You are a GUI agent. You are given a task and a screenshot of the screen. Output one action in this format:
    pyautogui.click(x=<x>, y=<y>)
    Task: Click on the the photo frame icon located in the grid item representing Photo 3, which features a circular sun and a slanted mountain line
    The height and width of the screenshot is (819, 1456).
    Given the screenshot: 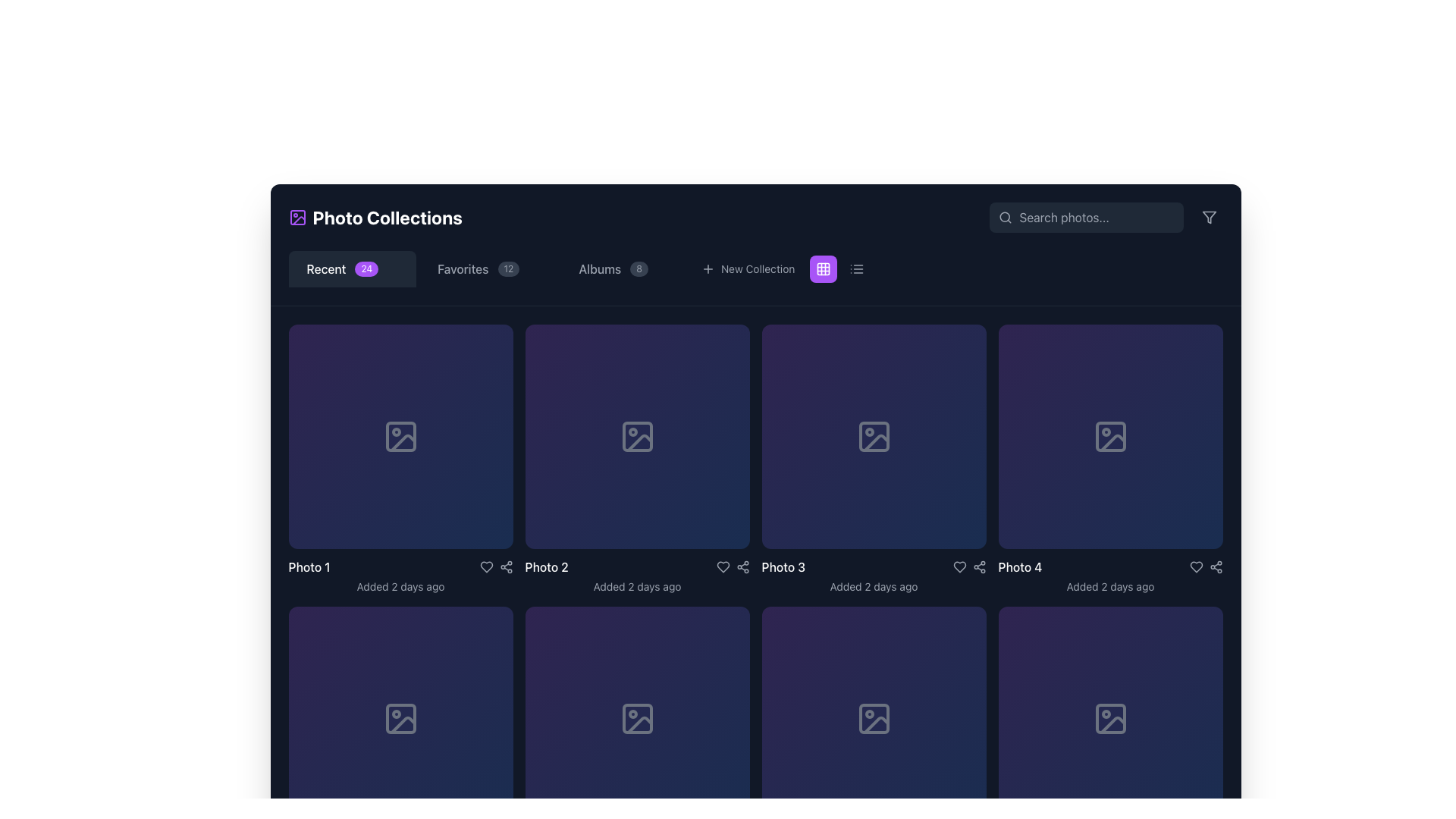 What is the action you would take?
    pyautogui.click(x=874, y=436)
    